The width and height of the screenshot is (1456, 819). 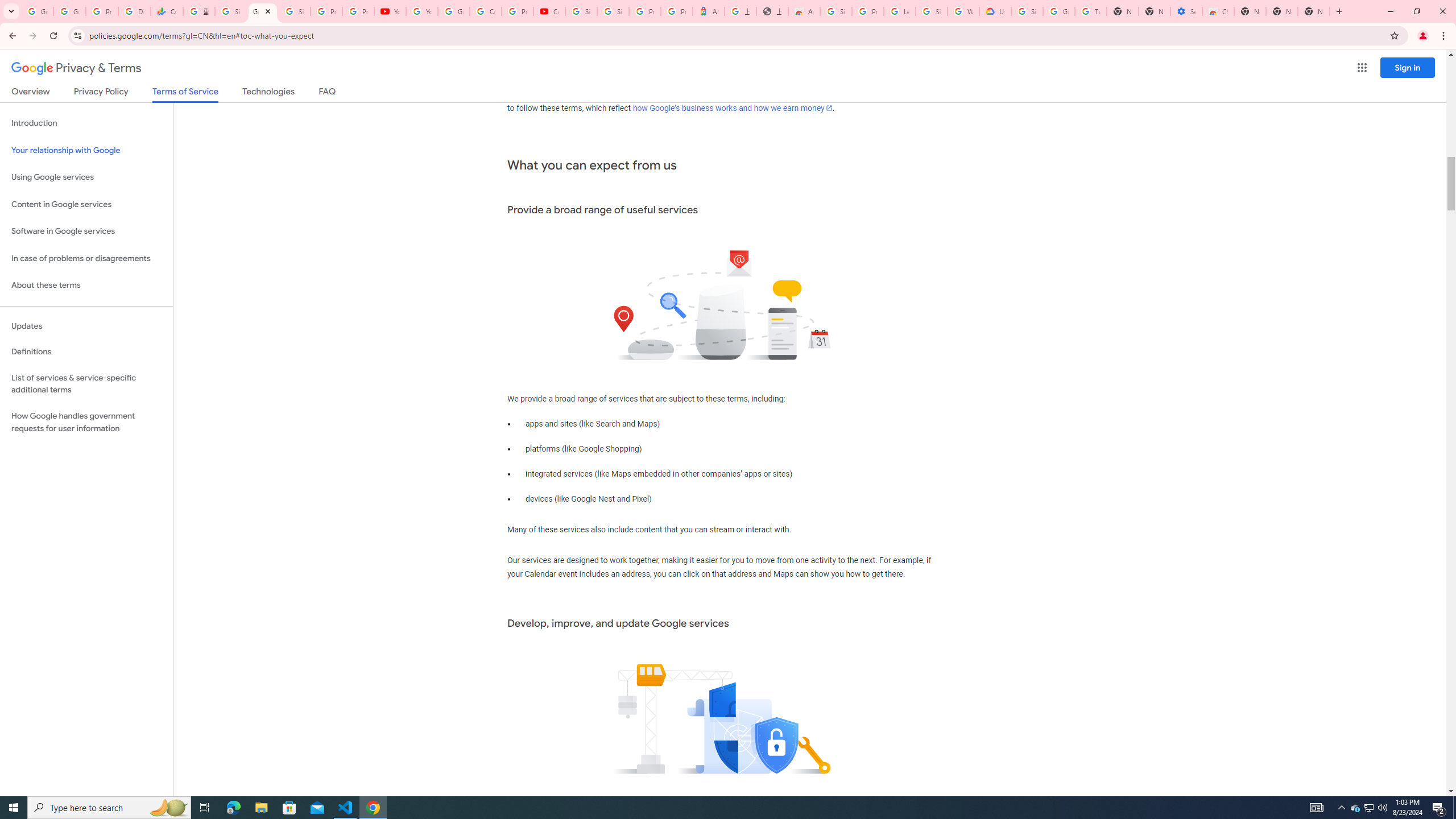 I want to click on 'New Tab', so click(x=1314, y=11).